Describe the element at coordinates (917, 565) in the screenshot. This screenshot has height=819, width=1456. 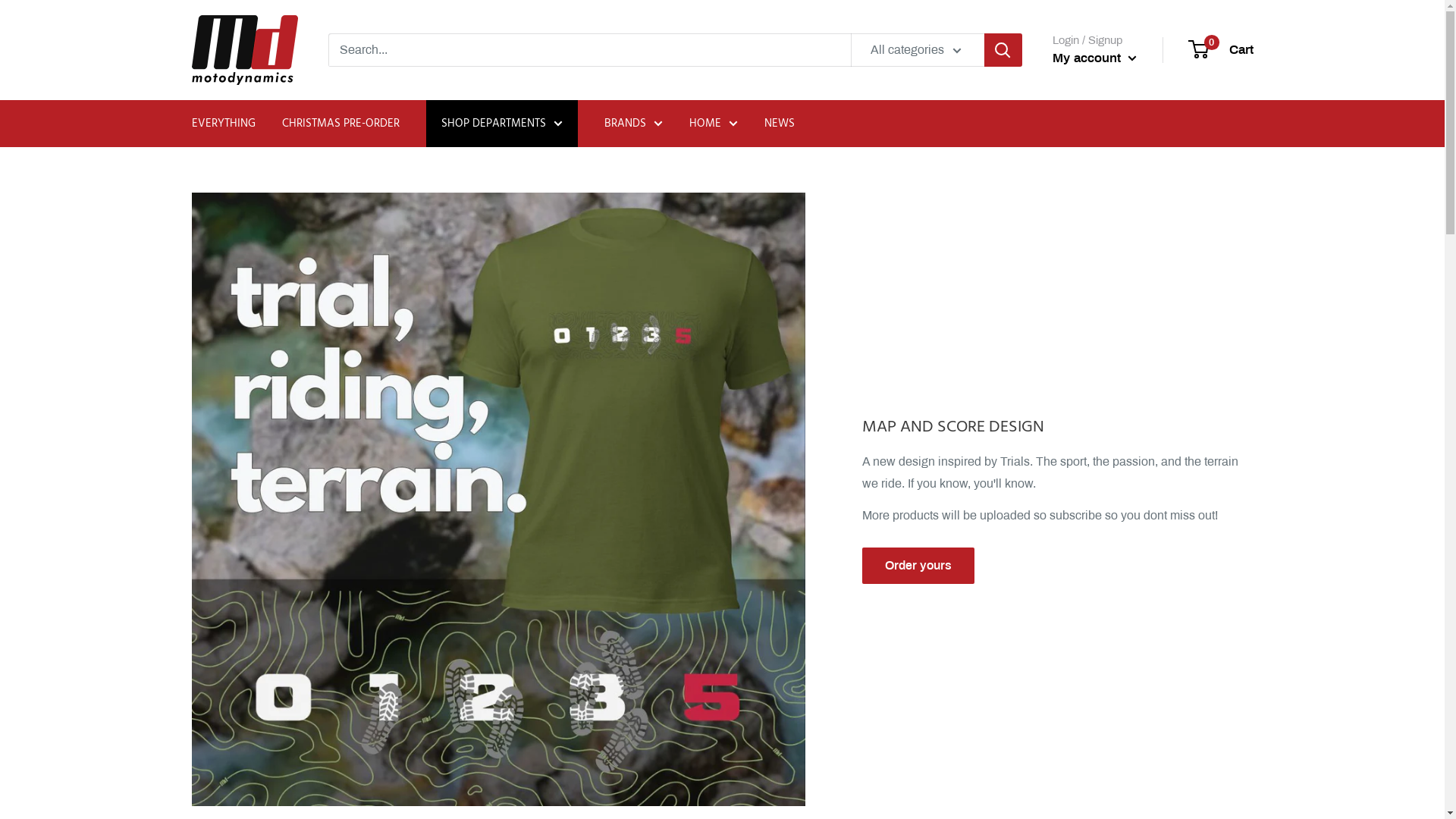
I see `'Order yours'` at that location.